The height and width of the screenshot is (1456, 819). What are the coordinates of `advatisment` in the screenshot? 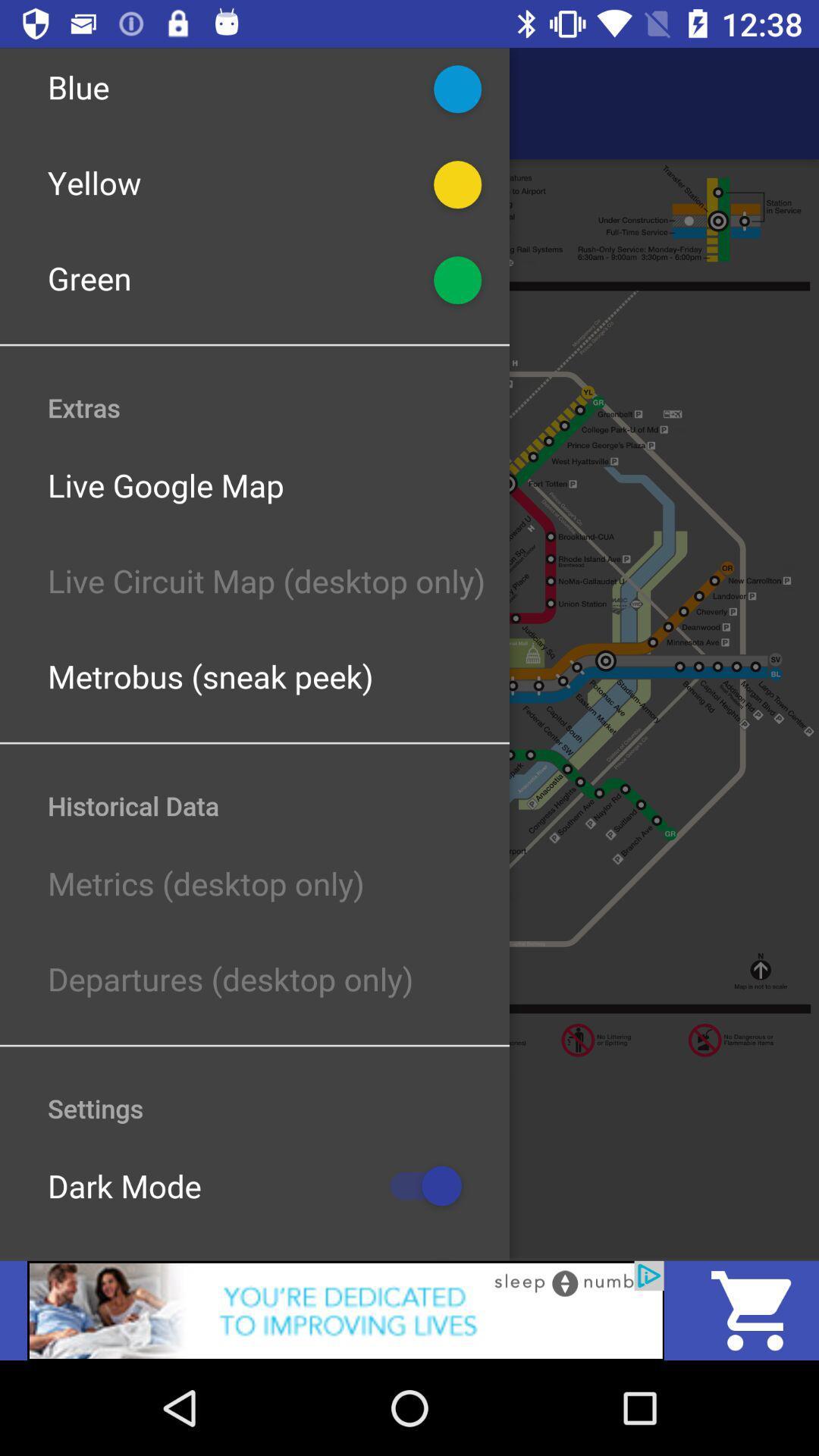 It's located at (345, 1310).